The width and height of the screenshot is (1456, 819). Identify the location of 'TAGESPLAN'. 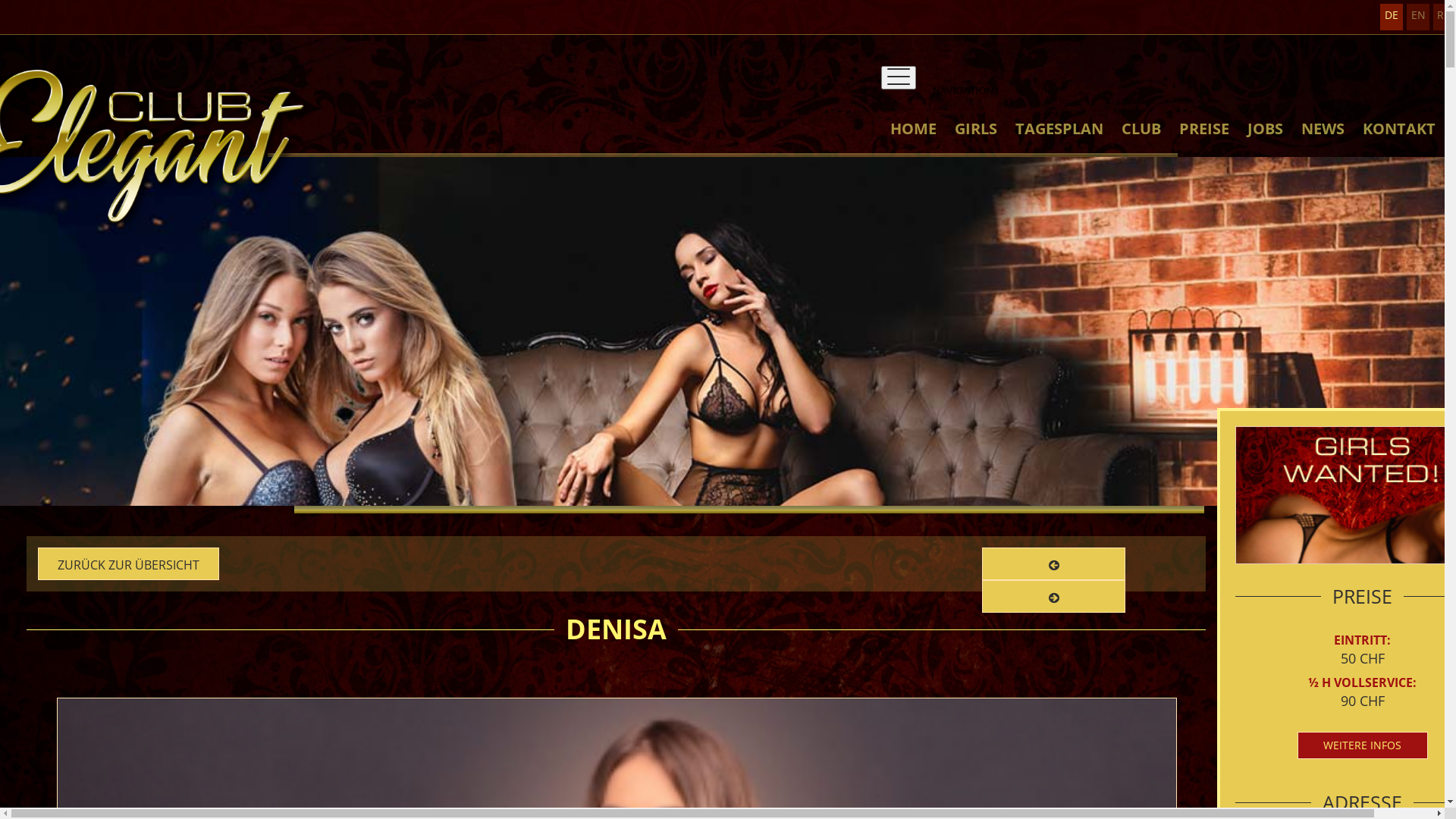
(1058, 143).